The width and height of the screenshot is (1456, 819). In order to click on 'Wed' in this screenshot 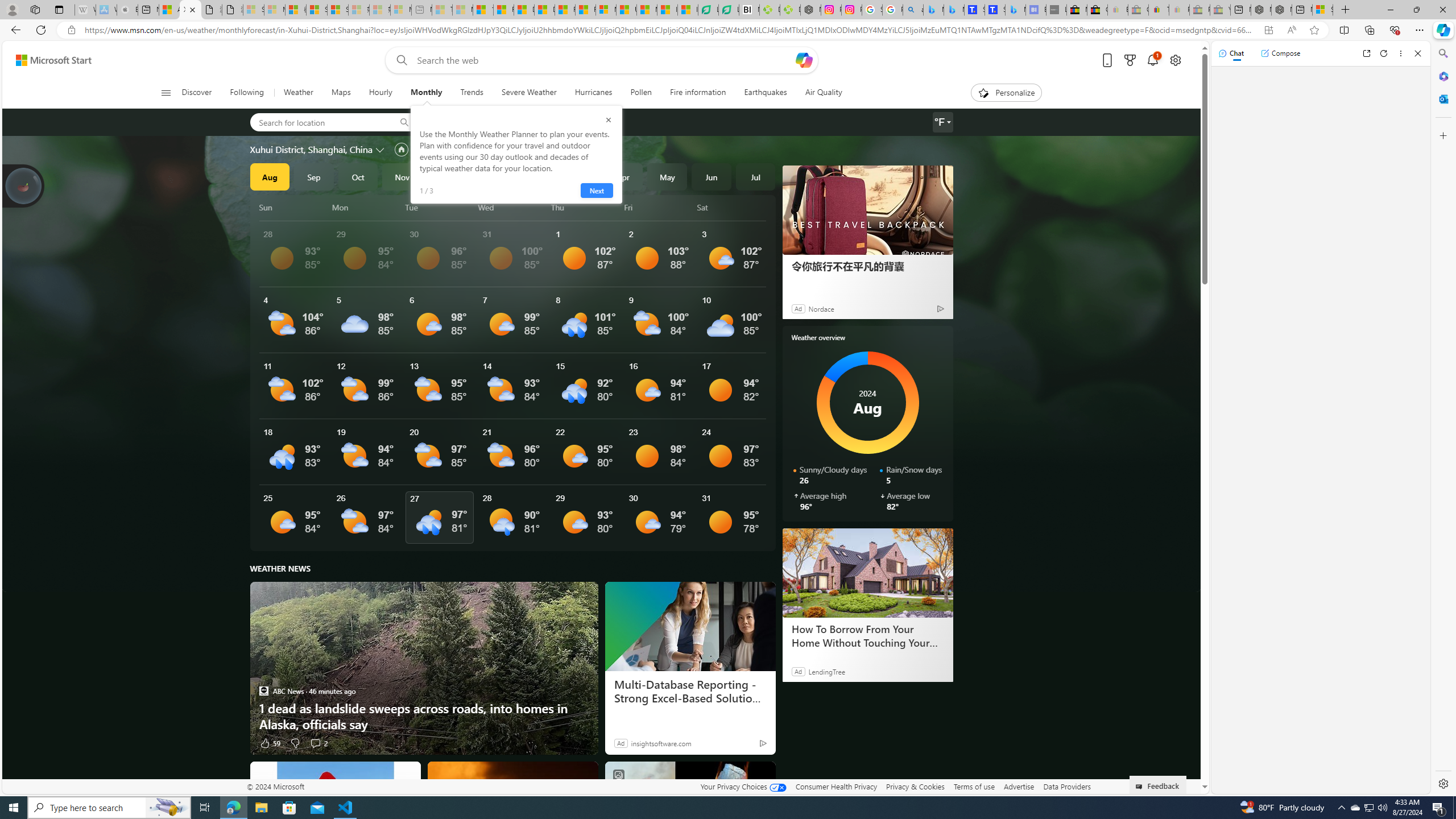, I will do `click(512, 207)`.